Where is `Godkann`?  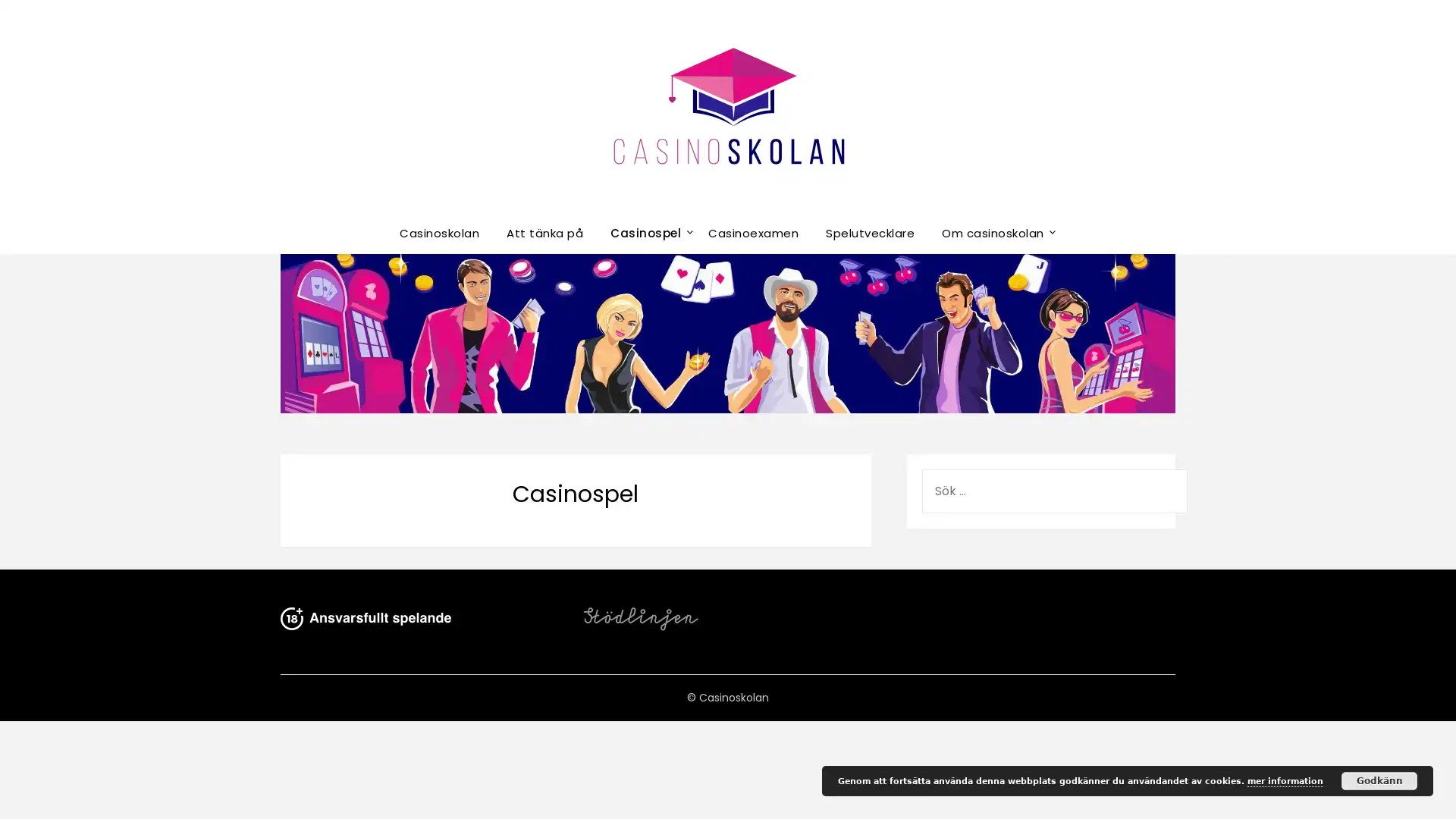
Godkann is located at coordinates (1379, 780).